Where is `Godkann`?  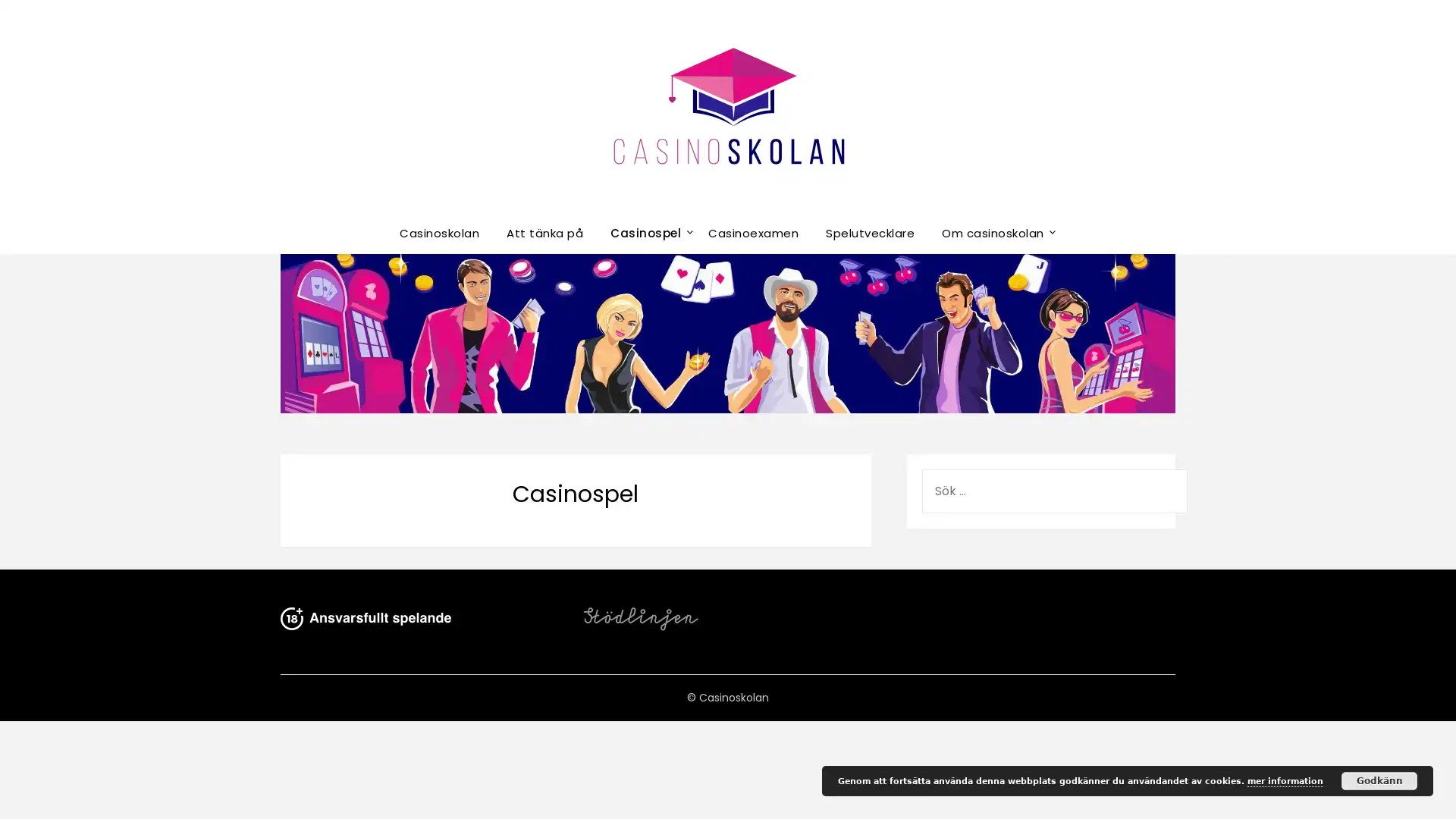
Godkann is located at coordinates (1379, 780).